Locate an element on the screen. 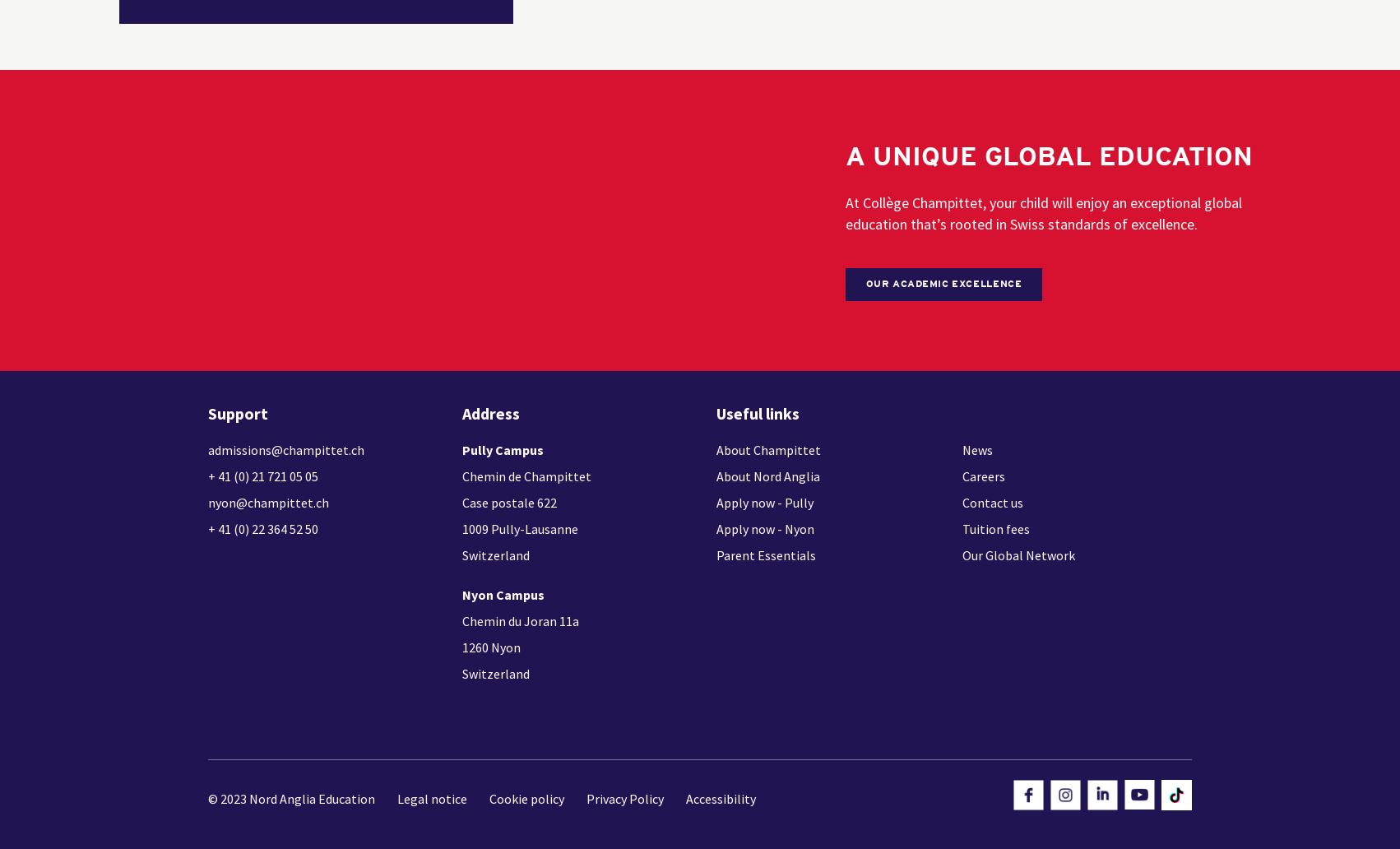  'Cookie policy' is located at coordinates (526, 796).